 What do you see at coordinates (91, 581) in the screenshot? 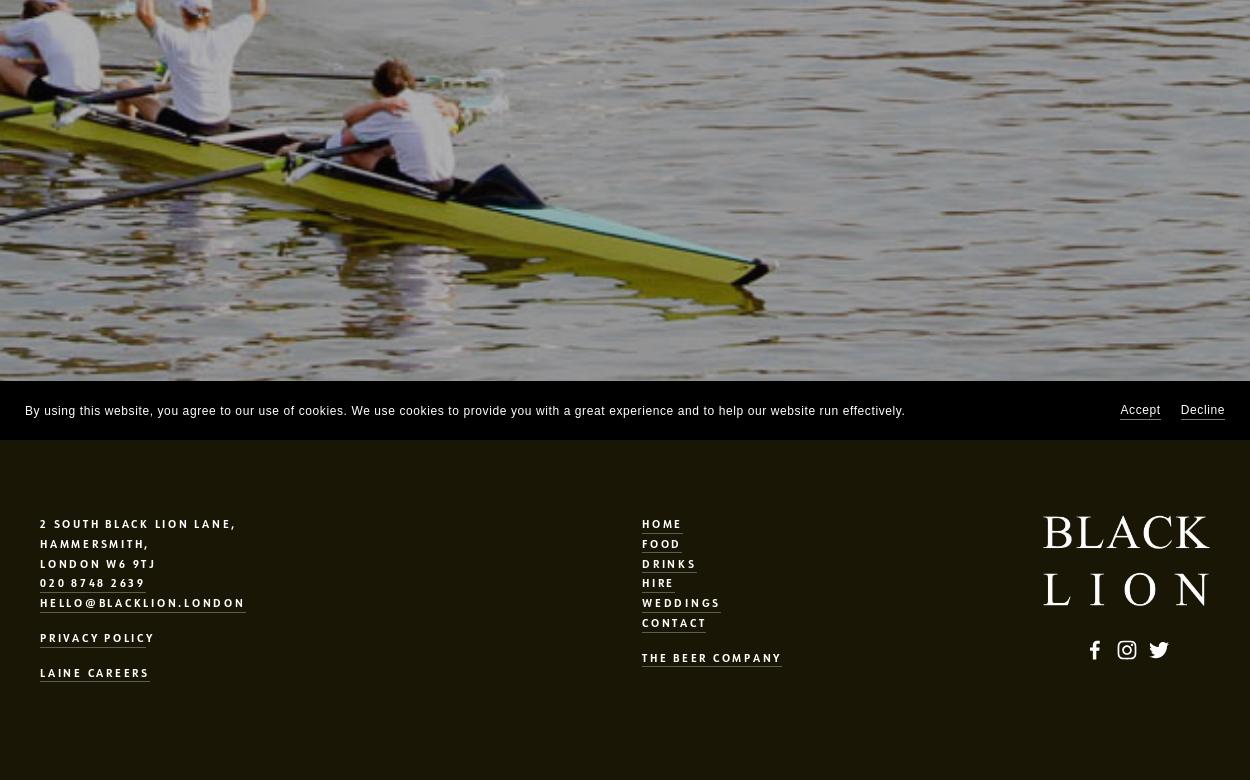
I see `'020 8748 2639'` at bounding box center [91, 581].